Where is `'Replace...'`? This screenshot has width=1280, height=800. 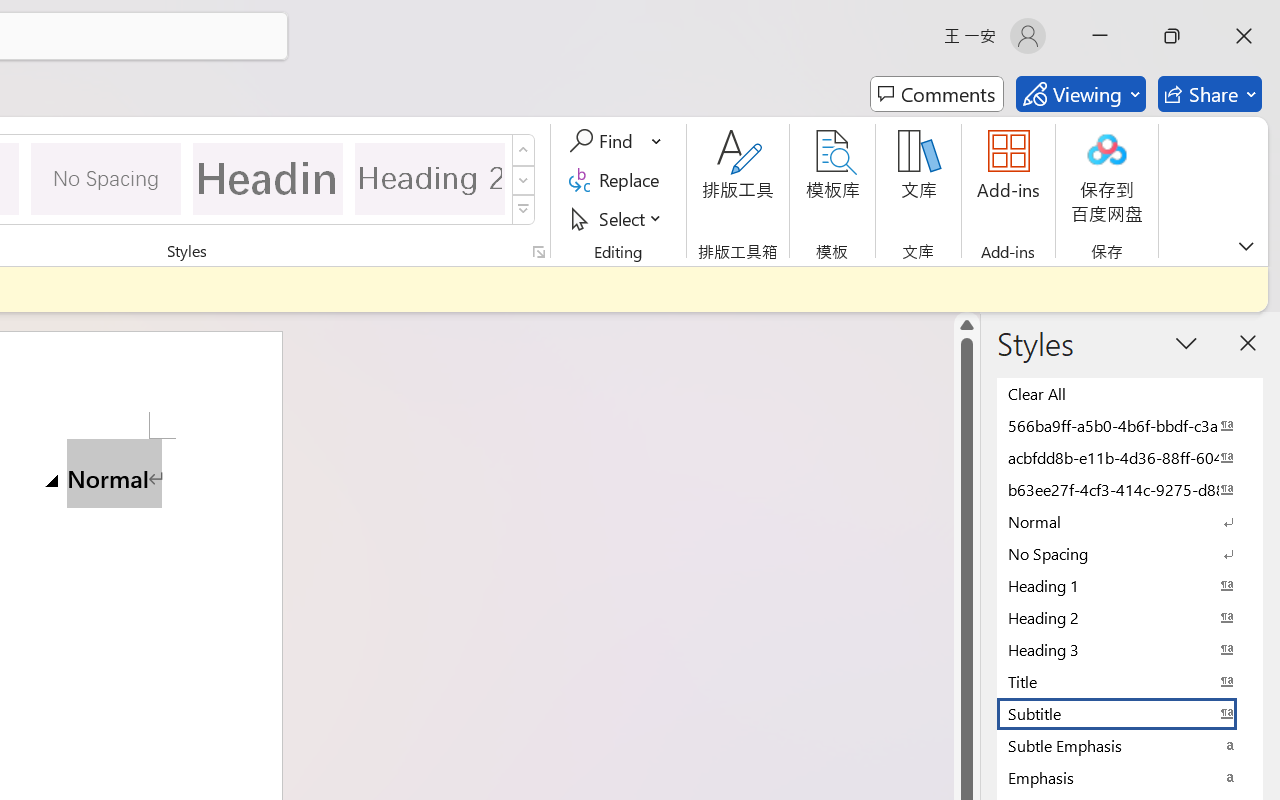
'Replace...' is located at coordinates (616, 179).